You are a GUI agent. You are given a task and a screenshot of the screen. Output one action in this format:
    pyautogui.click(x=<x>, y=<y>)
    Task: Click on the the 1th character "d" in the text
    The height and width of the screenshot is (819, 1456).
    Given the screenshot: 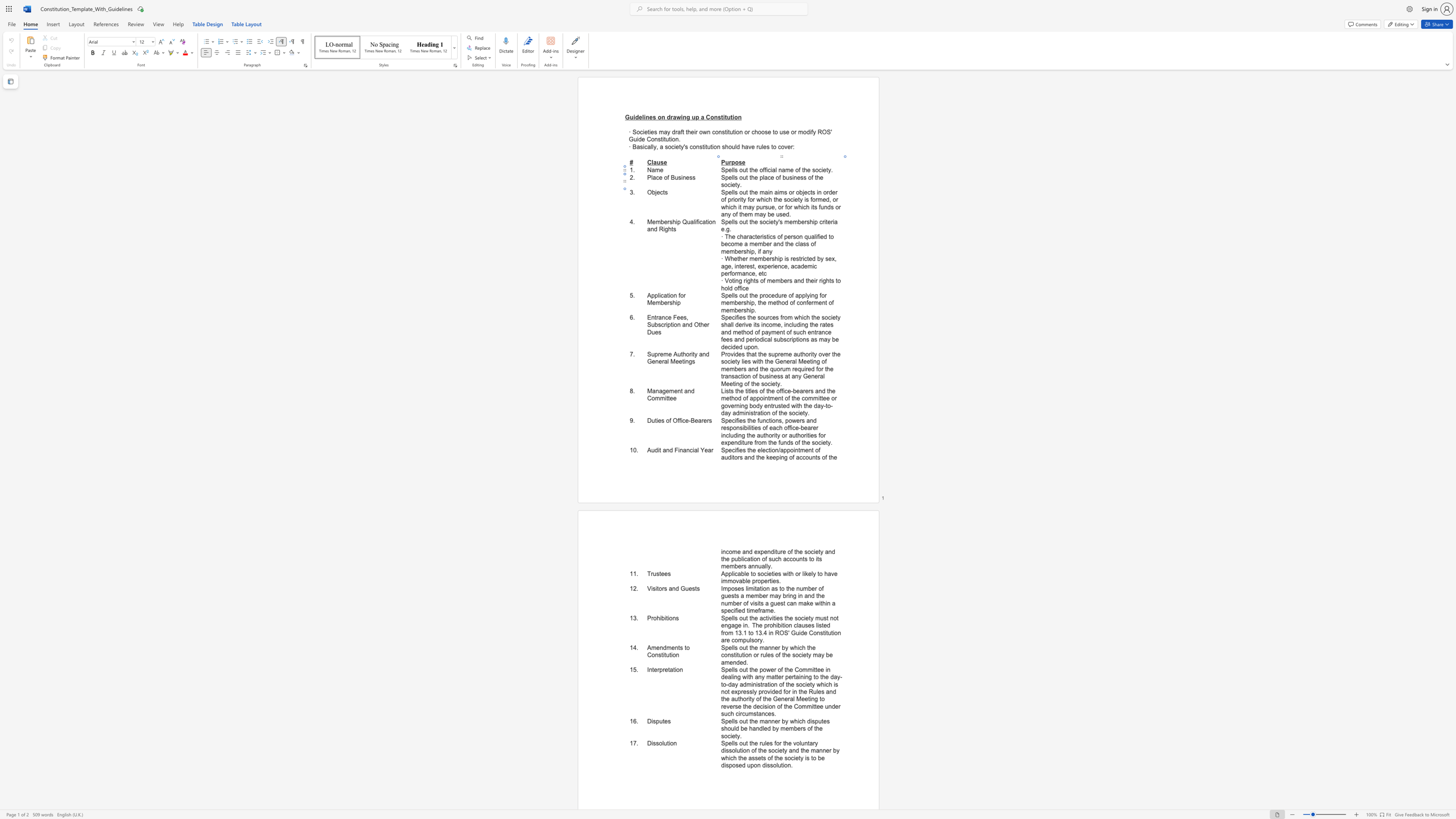 What is the action you would take?
    pyautogui.click(x=824, y=236)
    